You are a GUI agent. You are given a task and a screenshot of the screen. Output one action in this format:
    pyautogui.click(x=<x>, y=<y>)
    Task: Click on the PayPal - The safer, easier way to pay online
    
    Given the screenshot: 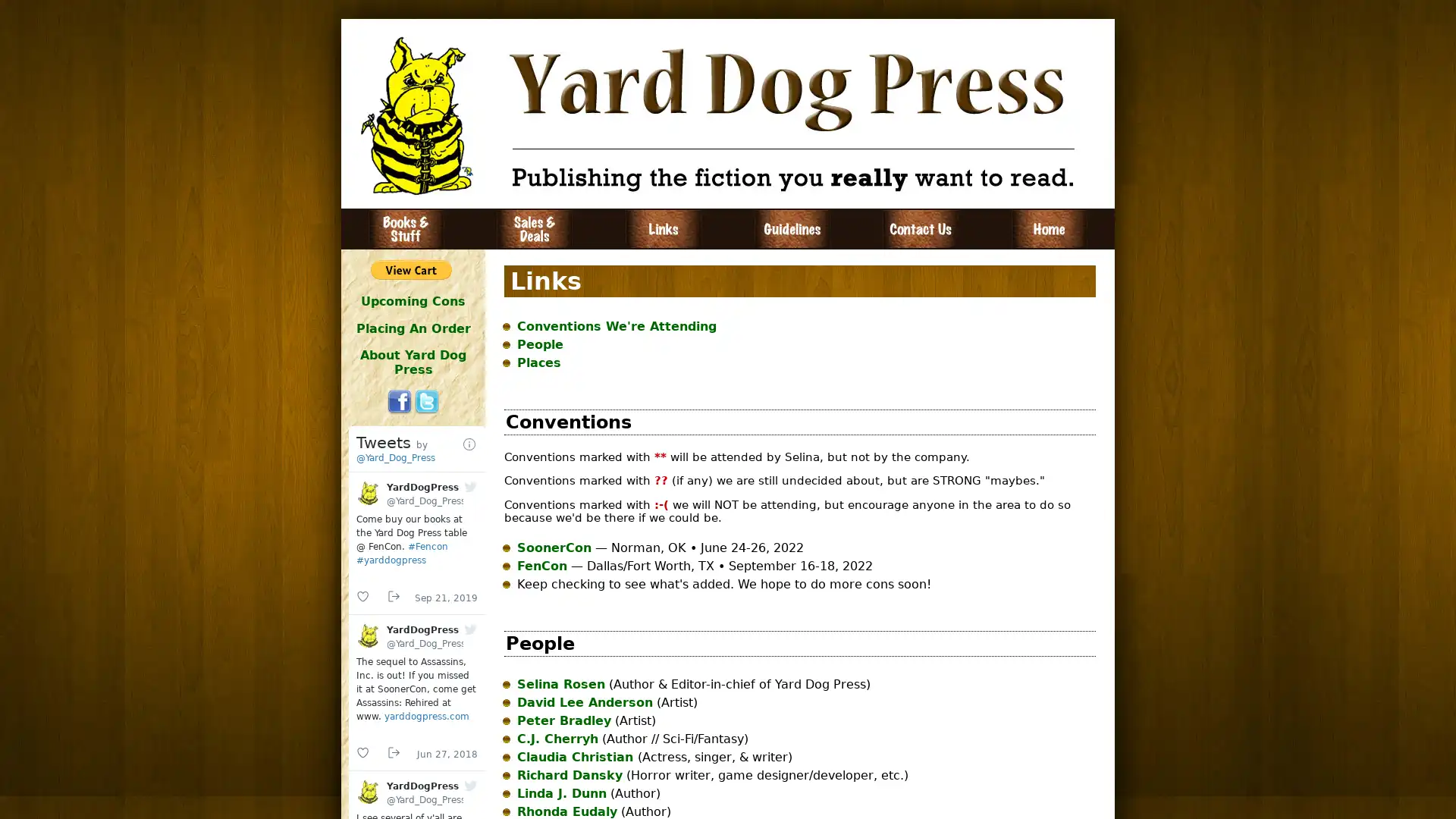 What is the action you would take?
    pyautogui.click(x=411, y=268)
    